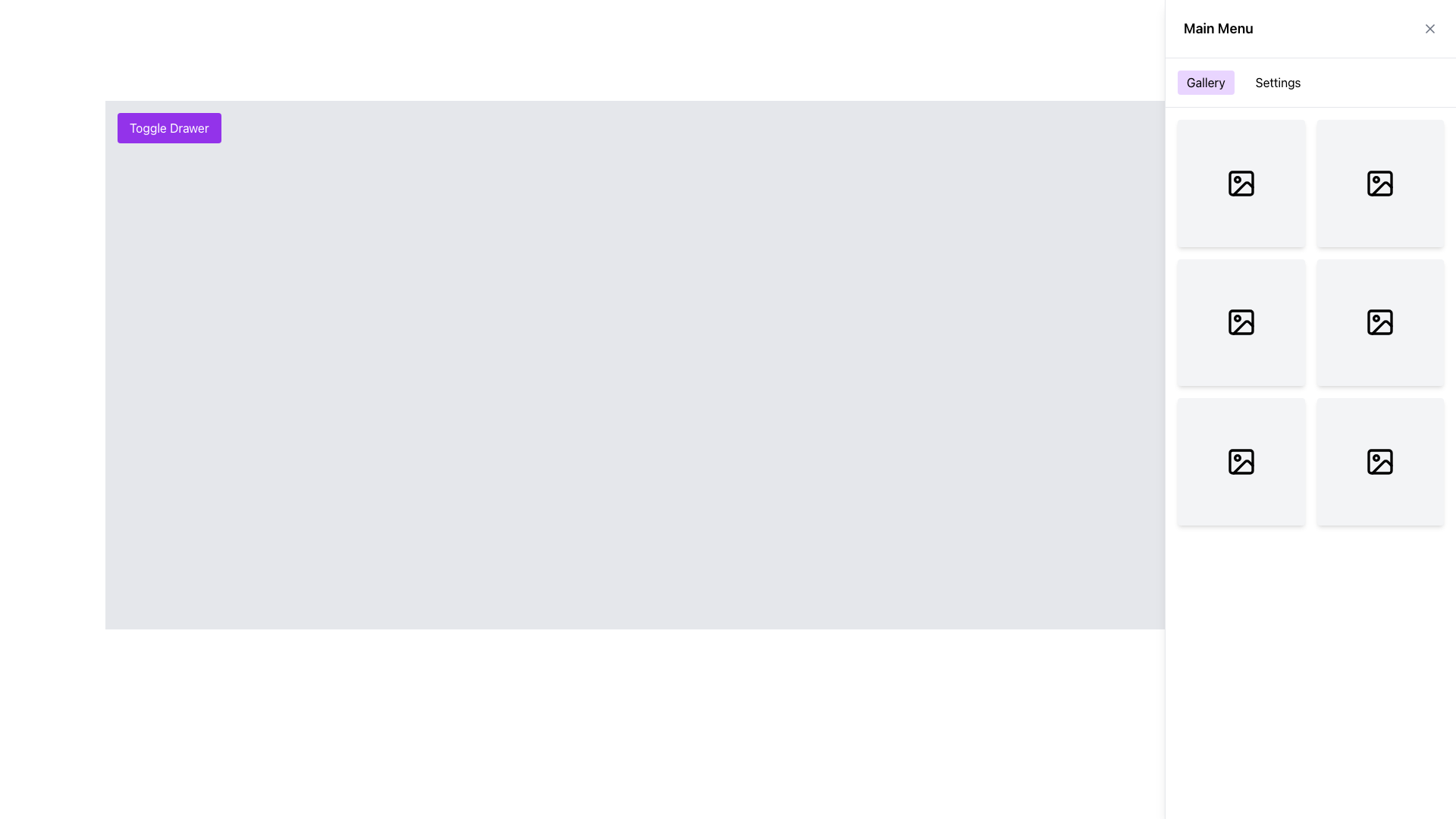 Image resolution: width=1456 pixels, height=819 pixels. Describe the element at coordinates (1380, 460) in the screenshot. I see `the graphical shape (rectangle with rounded corners) located in the bottom-right corner of the interface, which is part of a grid of icons` at that location.